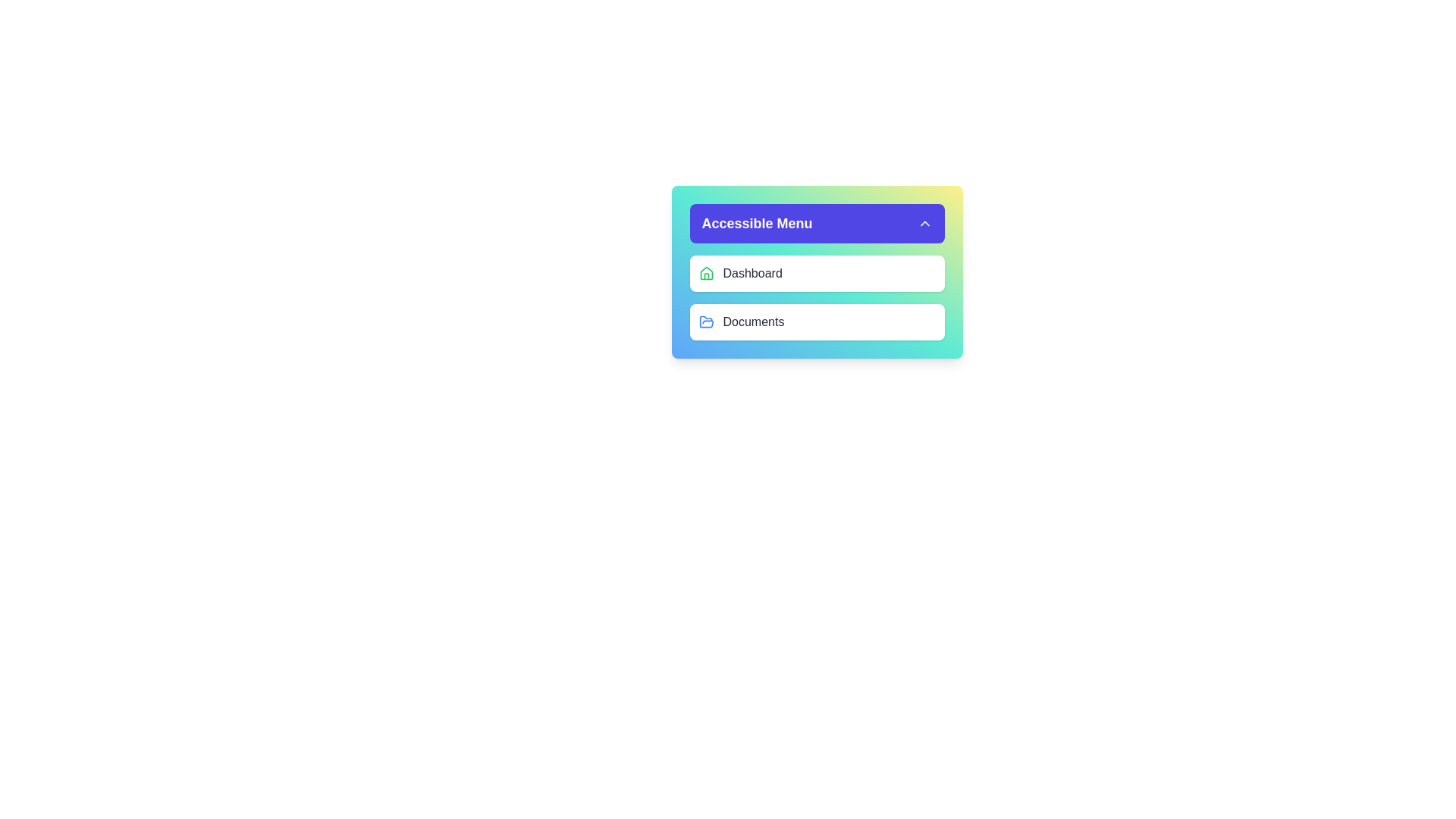 This screenshot has width=1456, height=819. What do you see at coordinates (705, 321) in the screenshot?
I see `the open folder icon, which is blue with rounded edges, located next to the 'Documents' text in the menu options` at bounding box center [705, 321].